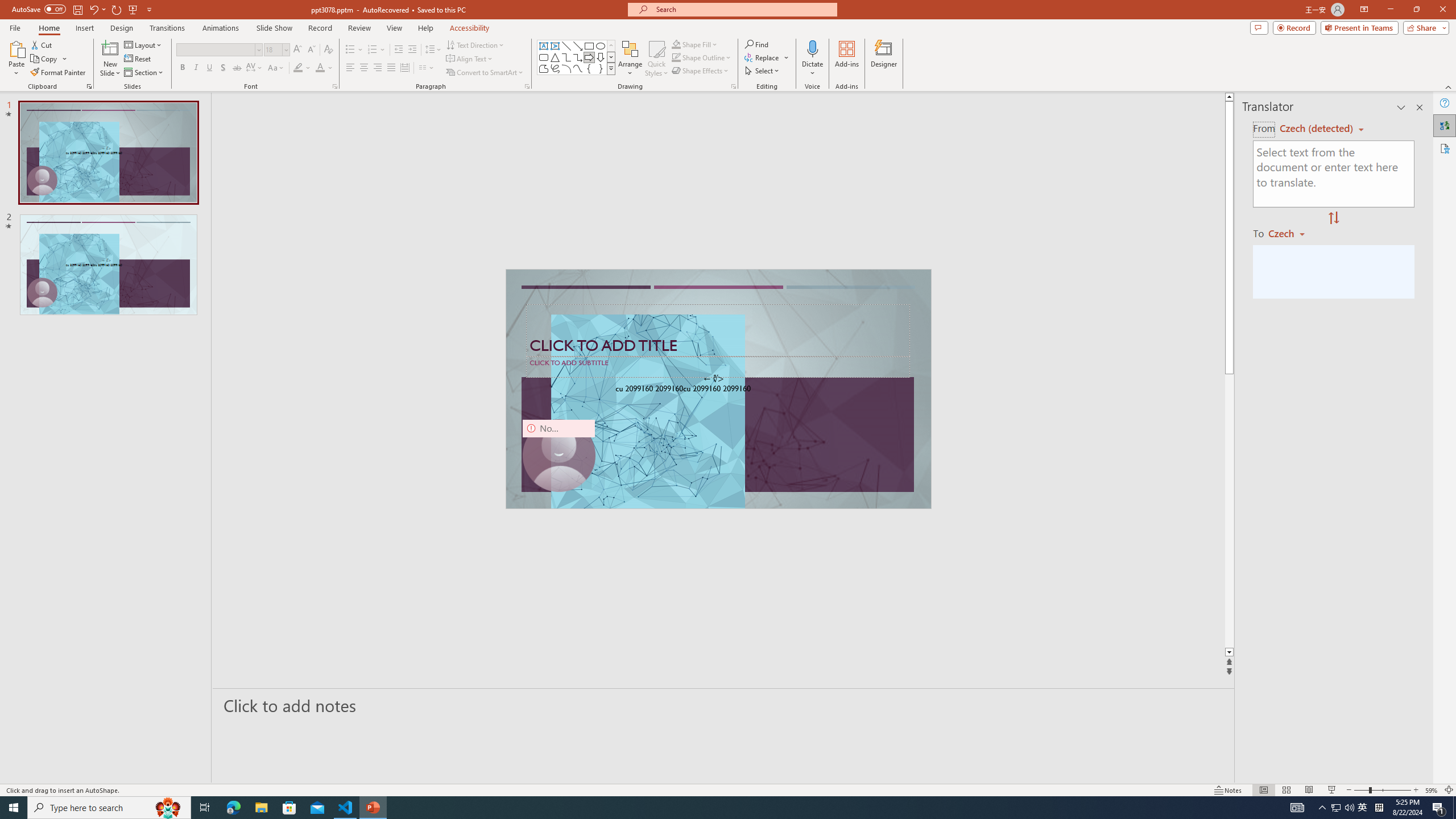 The height and width of the screenshot is (819, 1456). I want to click on 'TextBox 7', so click(714, 379).